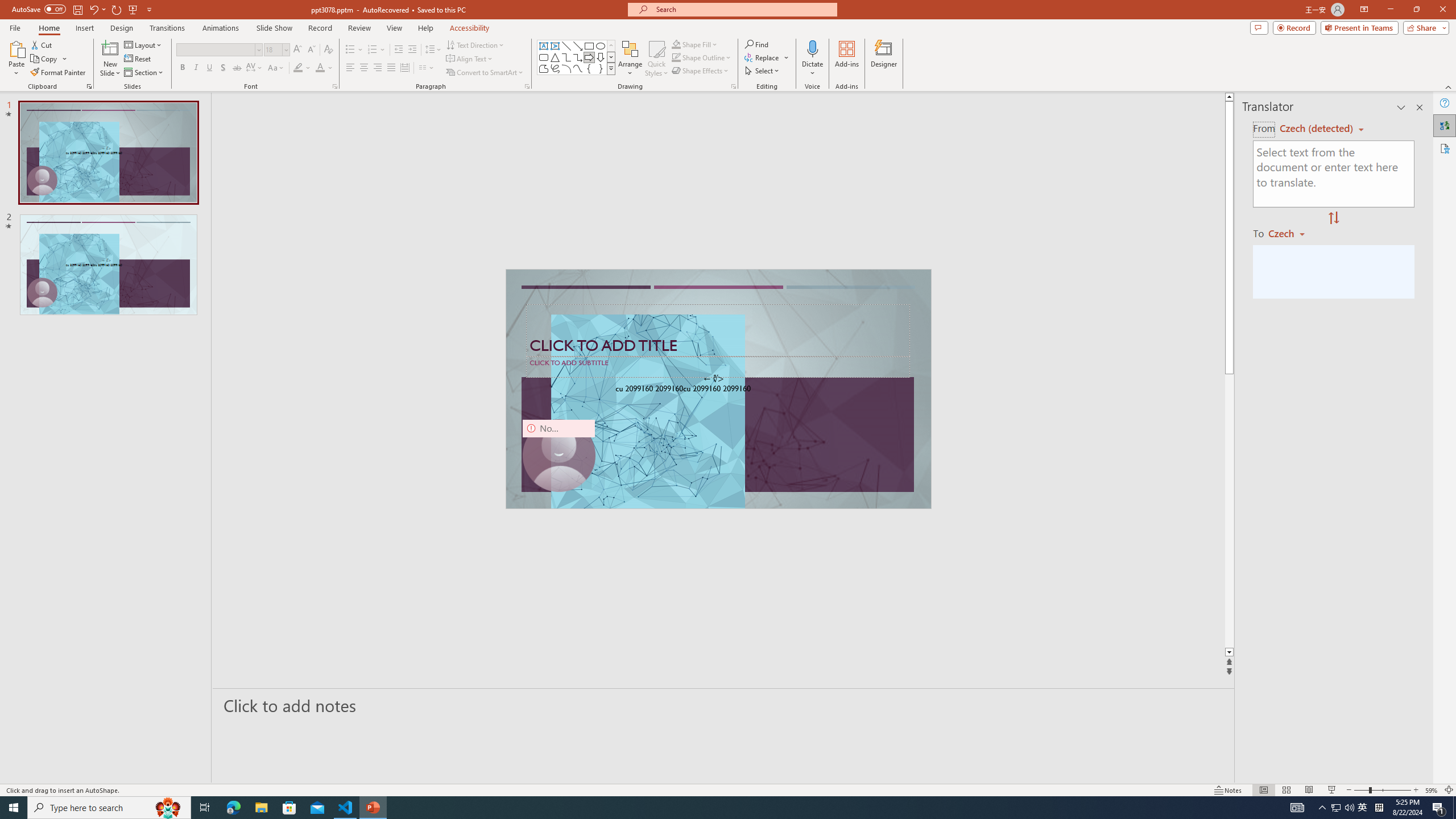 The height and width of the screenshot is (819, 1456). I want to click on 'TextBox 7', so click(714, 379).